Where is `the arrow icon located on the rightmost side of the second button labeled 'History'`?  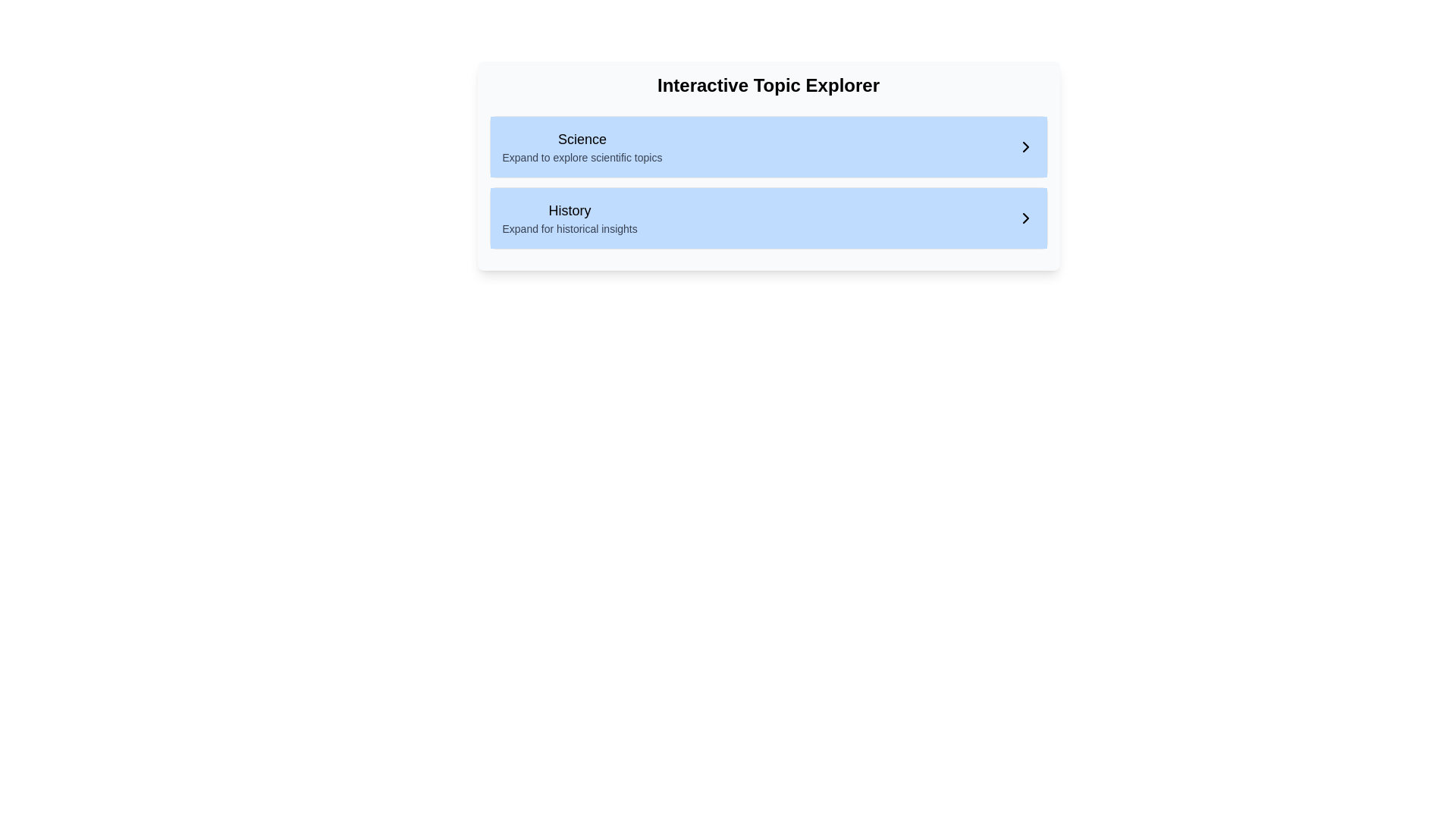
the arrow icon located on the rightmost side of the second button labeled 'History' is located at coordinates (1025, 218).